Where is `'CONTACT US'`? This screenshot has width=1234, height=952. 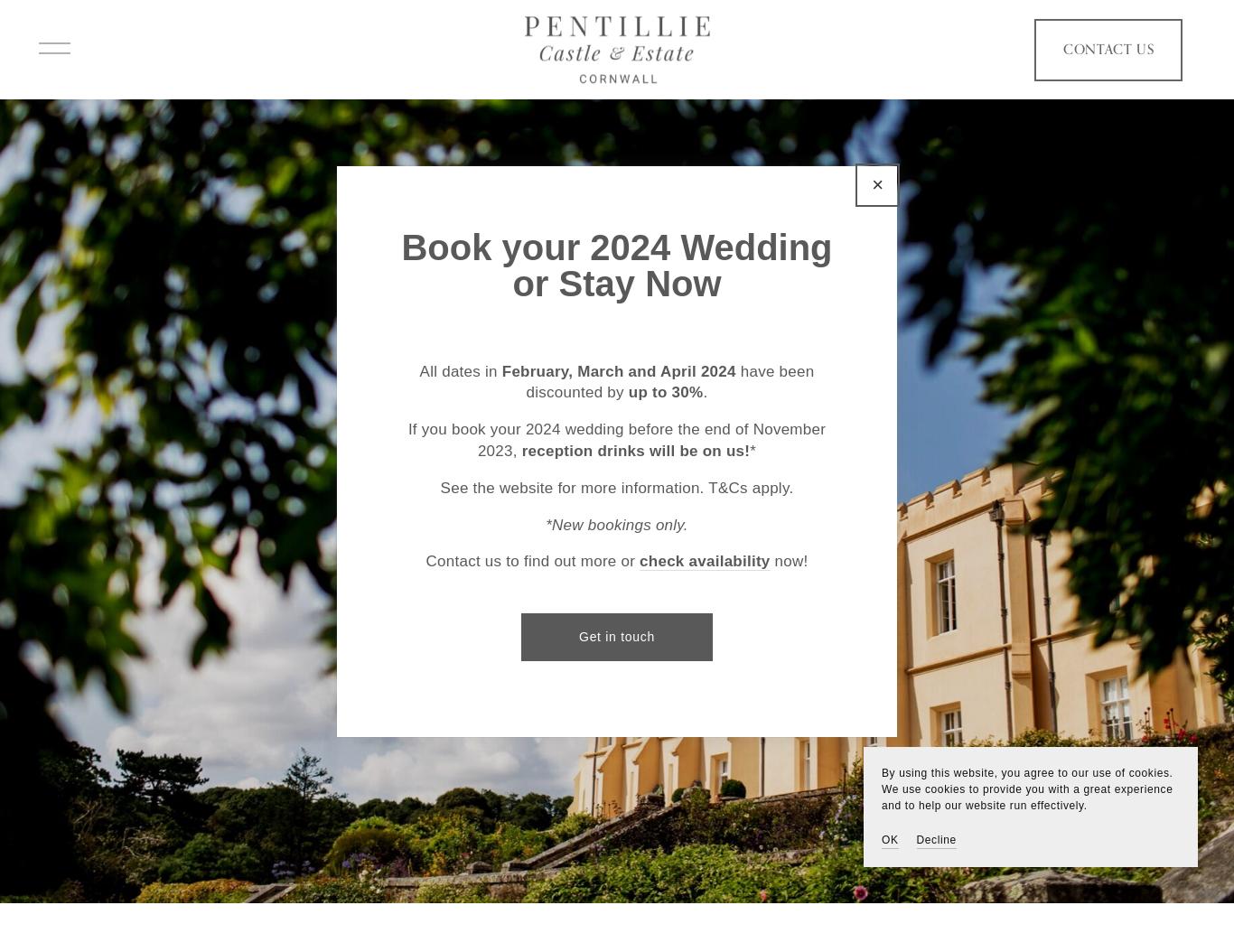 'CONTACT US' is located at coordinates (1092, 55).